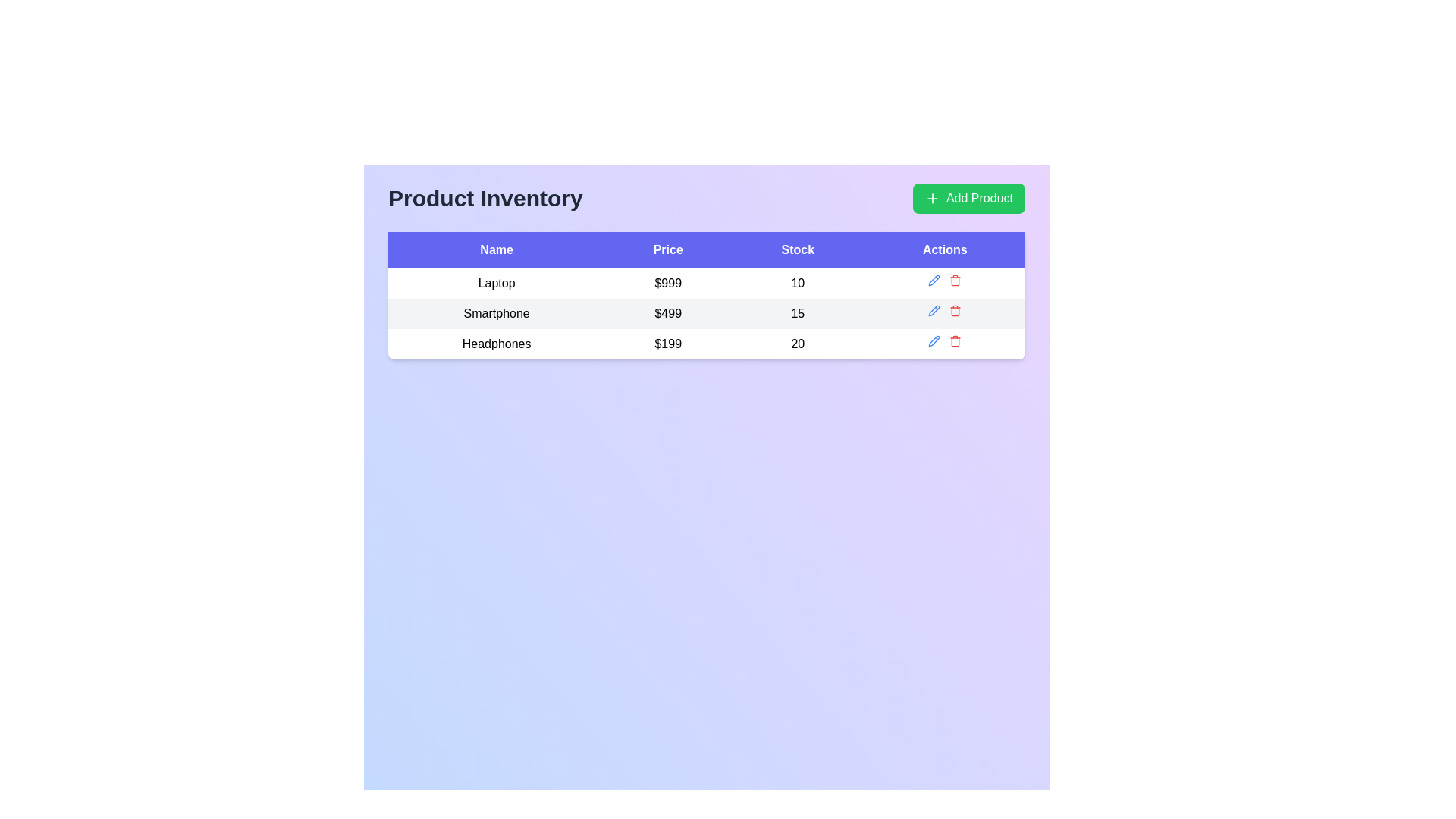 The width and height of the screenshot is (1456, 819). Describe the element at coordinates (797, 344) in the screenshot. I see `the text label displaying the current stock quantity for the product 'Headphones' in the inventory table, located in the 'Stock' column` at that location.